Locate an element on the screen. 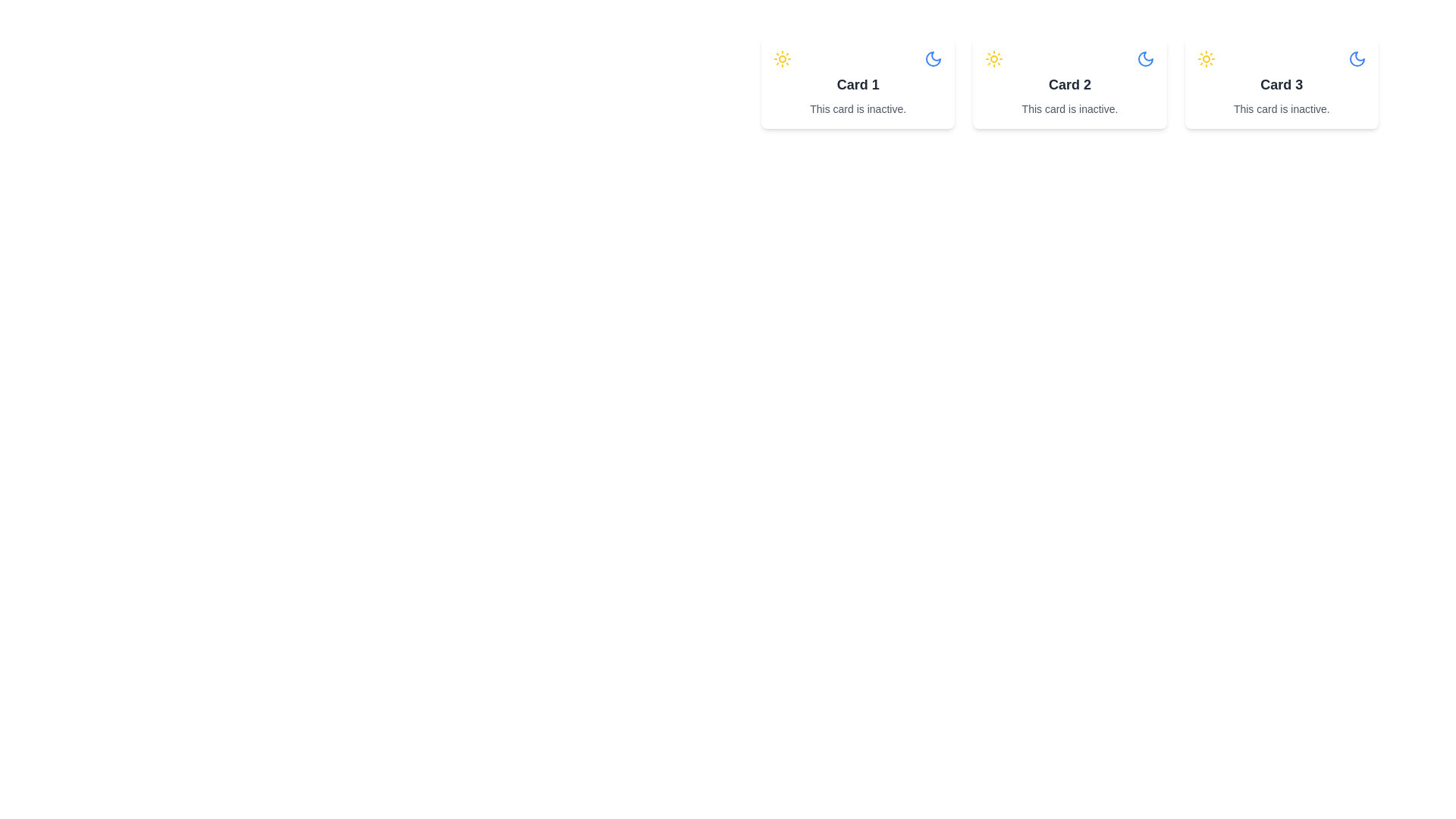  text content of the label that states 'This card is inactive.' located below the heading 'Card 2' in the second card of the horizontally aligned card layout is located at coordinates (1069, 108).